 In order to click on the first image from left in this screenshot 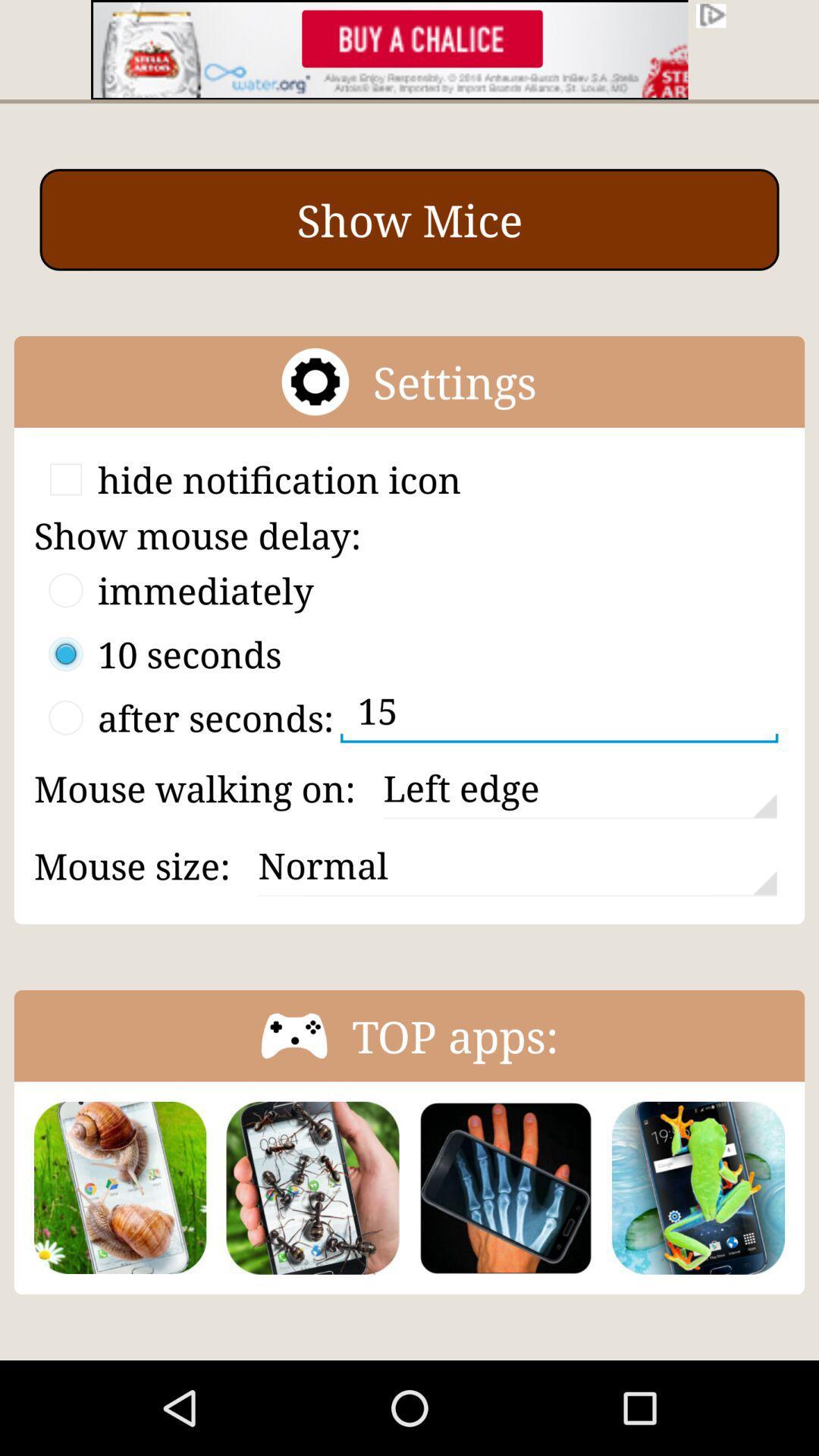, I will do `click(119, 1187)`.